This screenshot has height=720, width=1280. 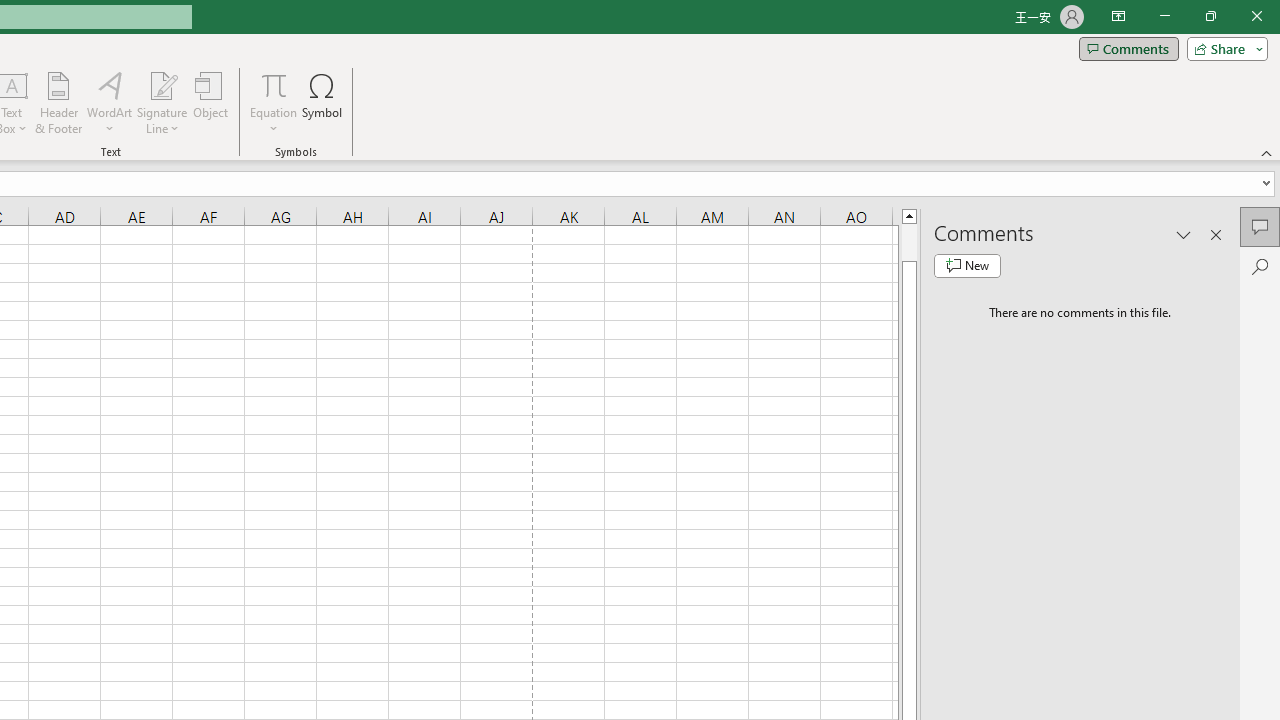 I want to click on 'Page up', so click(x=908, y=241).